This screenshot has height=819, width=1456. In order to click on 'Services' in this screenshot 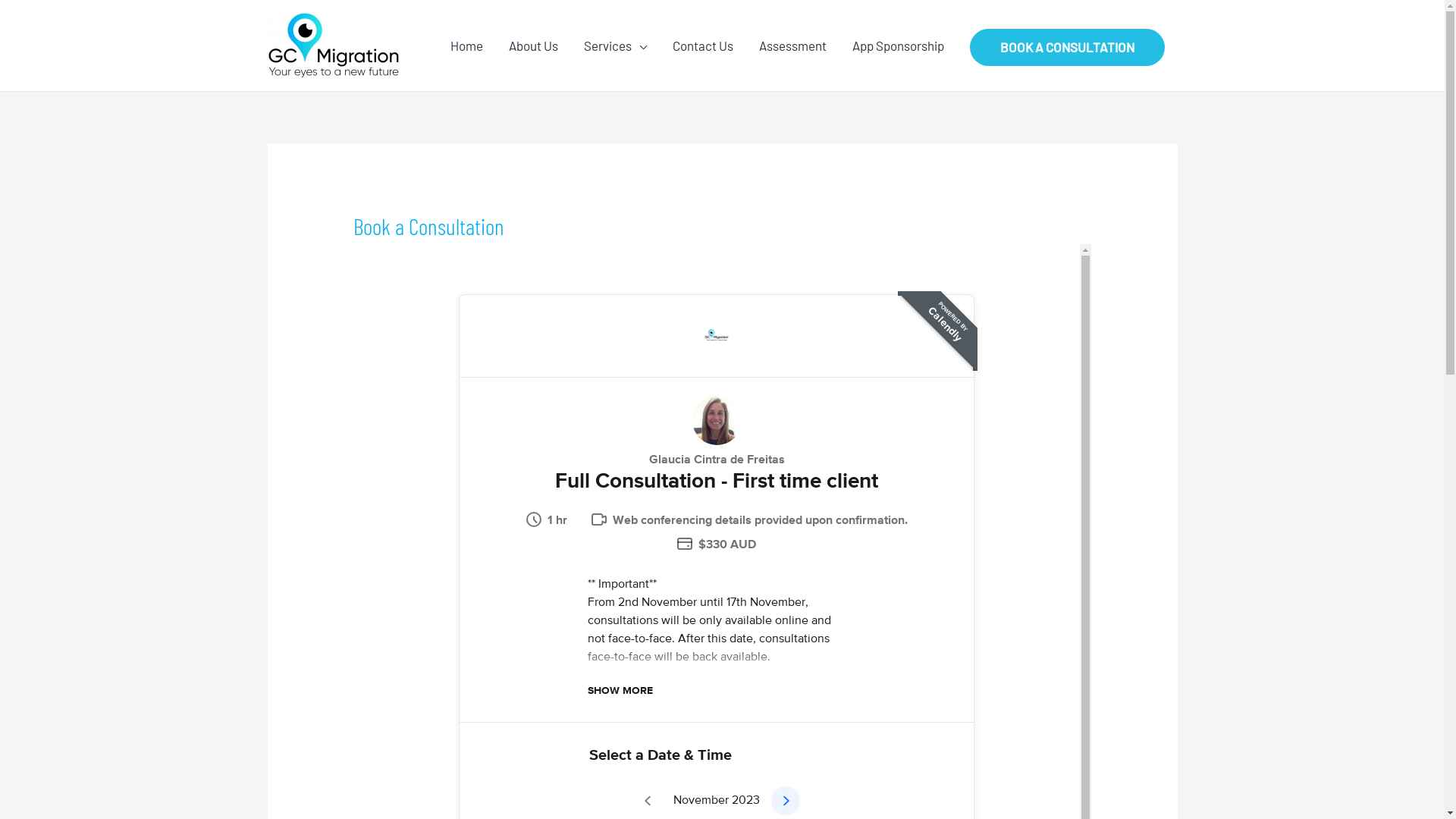, I will do `click(614, 45)`.